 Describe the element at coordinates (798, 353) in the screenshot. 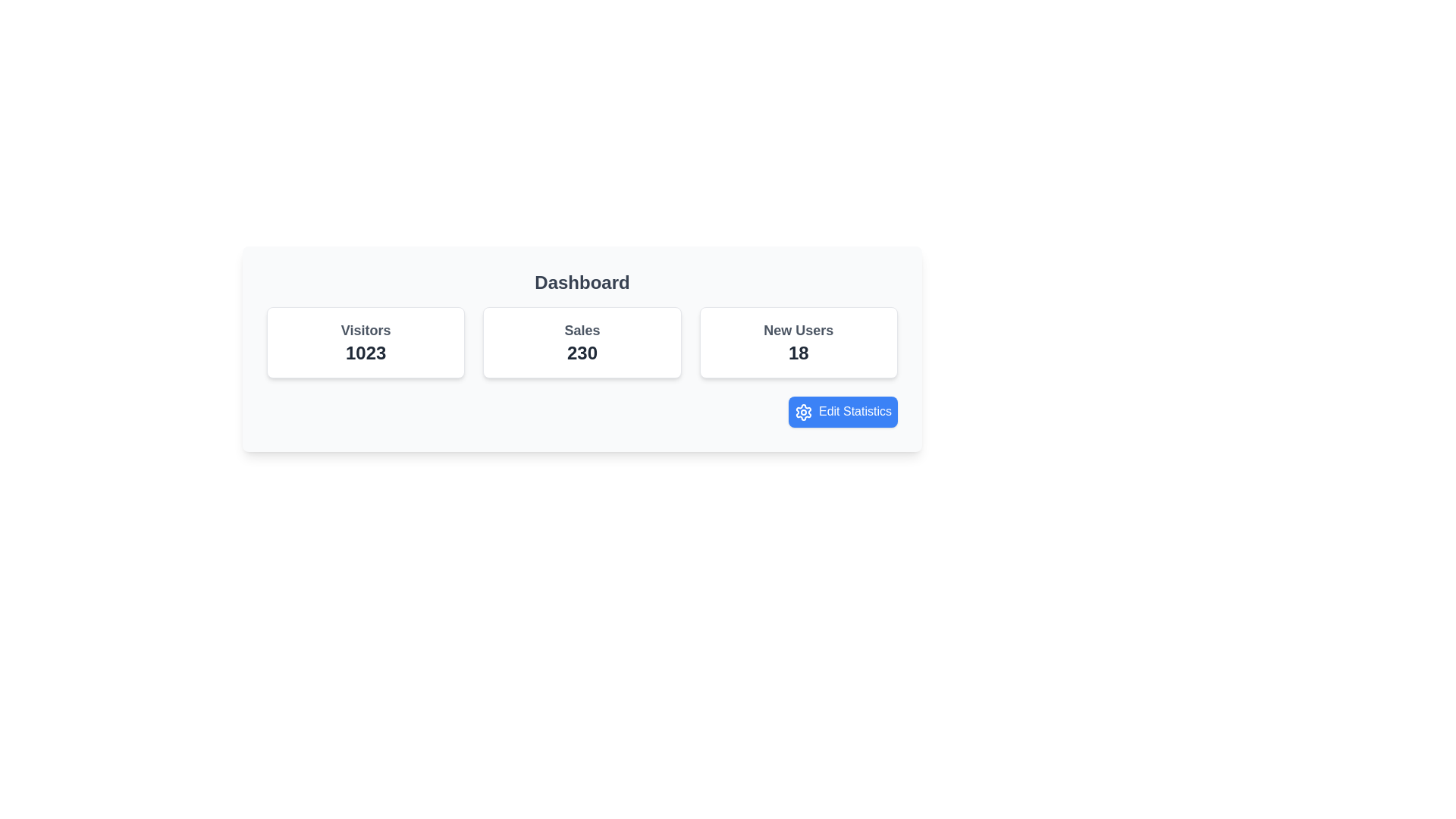

I see `the static text displaying the numerical value '18' related to the 'New Users' label, located beneath the 'New Users' label in the bottom-right portion of the card layout` at that location.